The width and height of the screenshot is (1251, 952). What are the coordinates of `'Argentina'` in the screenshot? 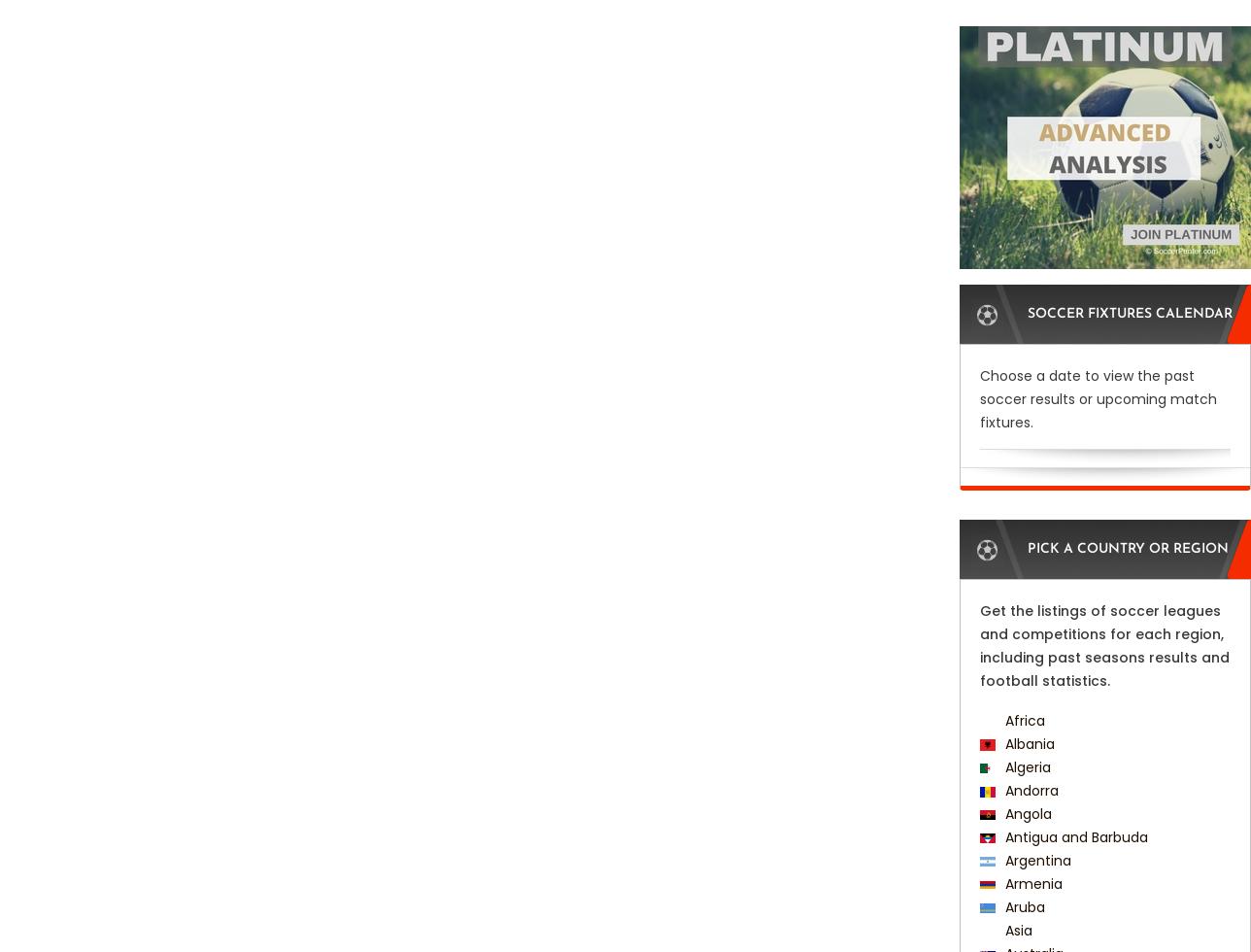 It's located at (1035, 861).